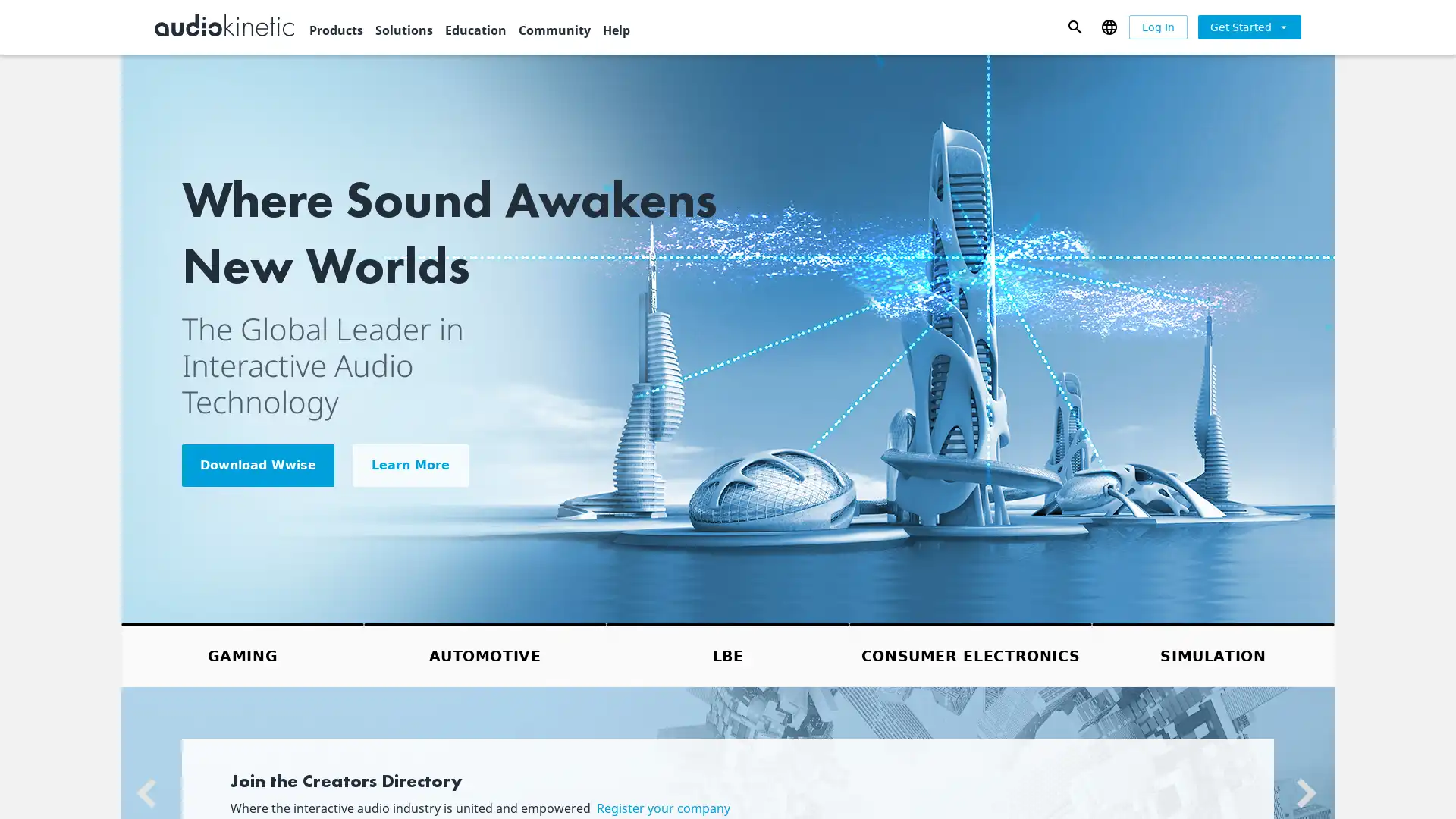 This screenshot has height=819, width=1456. Describe the element at coordinates (728, 654) in the screenshot. I see `LBE` at that location.